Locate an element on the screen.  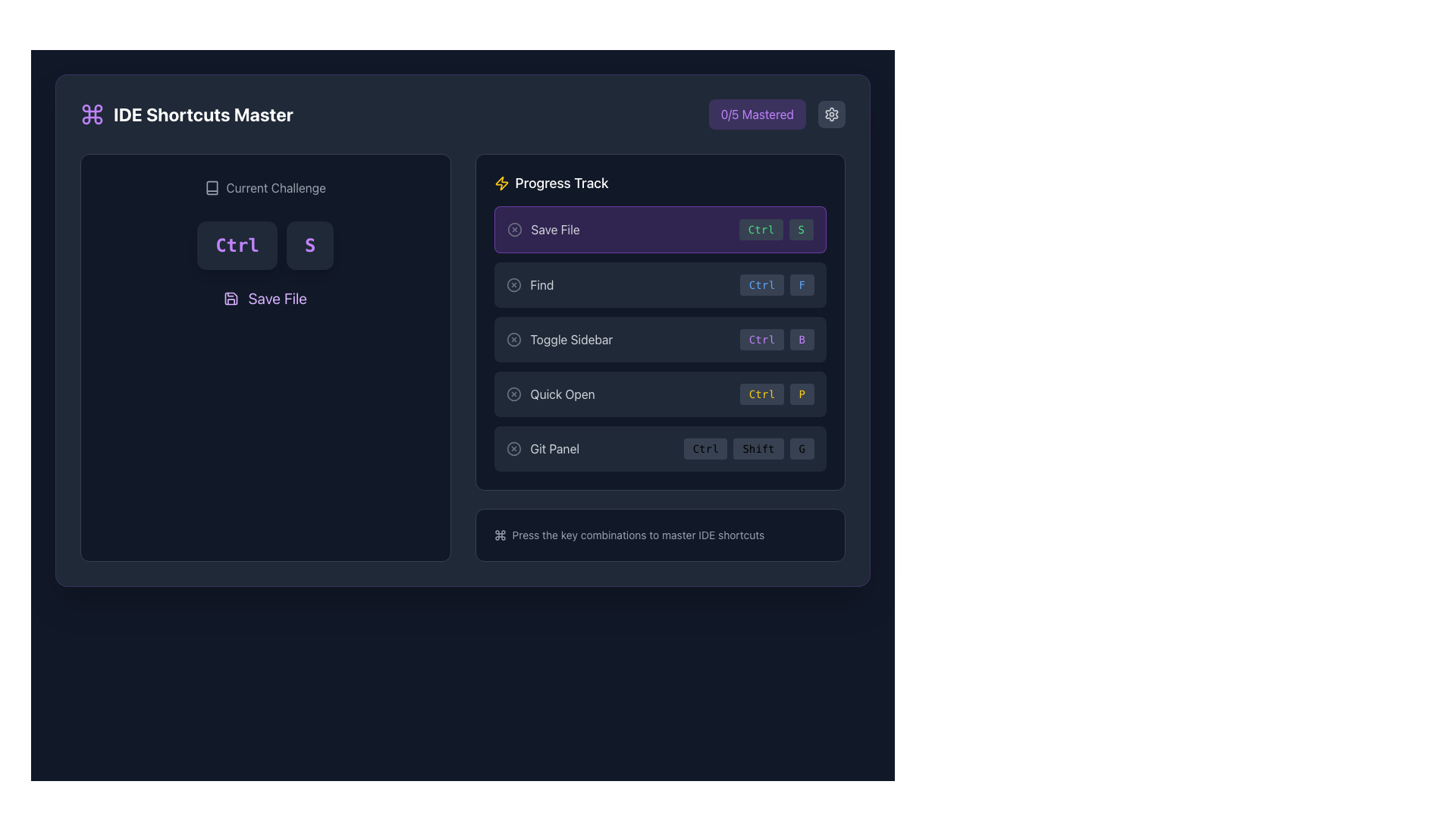
the decorative icon located at the start of the horizontal row, which serves as a visual label for the message about mastering IDE shortcuts is located at coordinates (500, 534).